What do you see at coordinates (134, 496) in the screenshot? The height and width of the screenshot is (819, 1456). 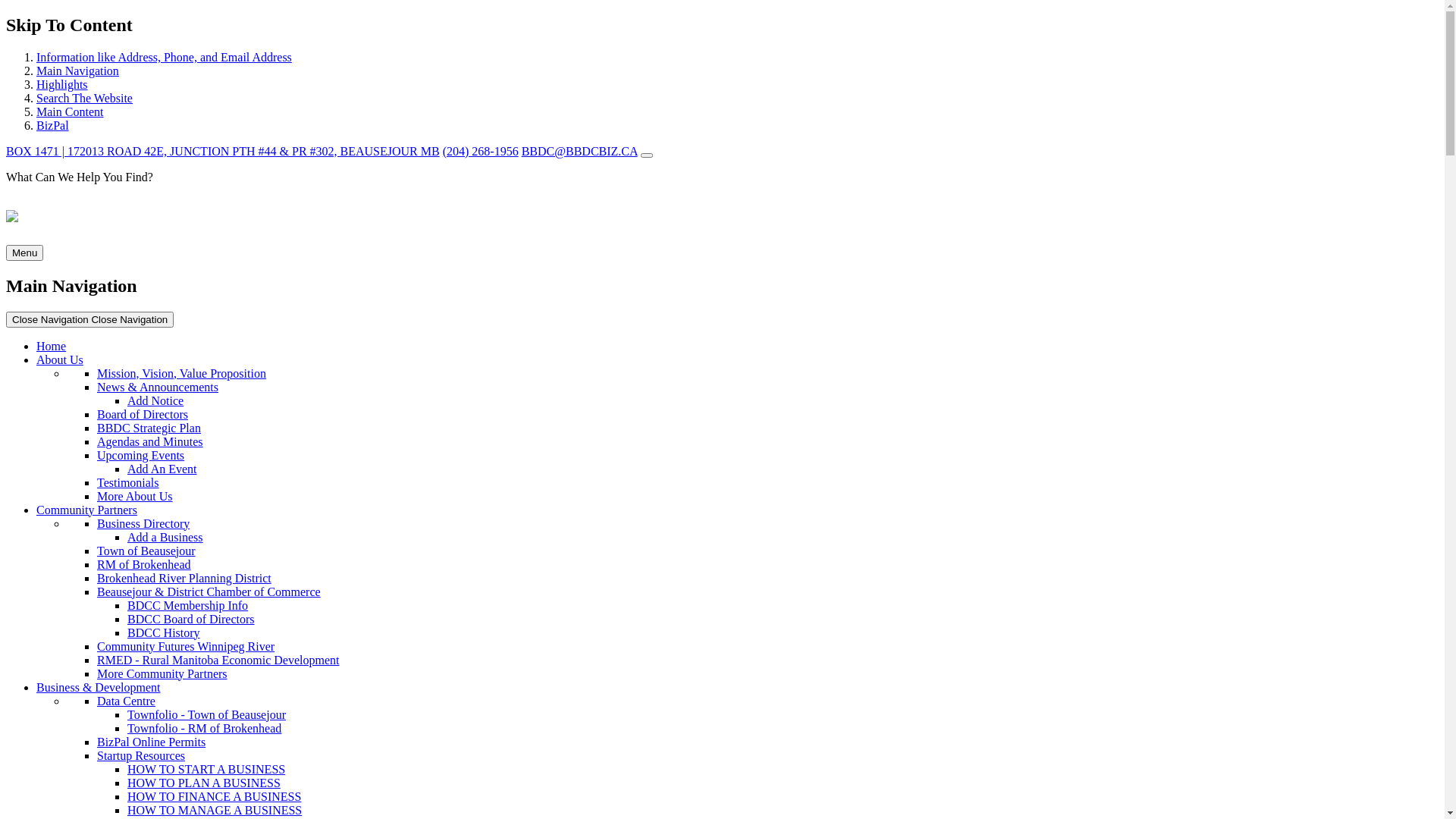 I see `'More About Us'` at bounding box center [134, 496].